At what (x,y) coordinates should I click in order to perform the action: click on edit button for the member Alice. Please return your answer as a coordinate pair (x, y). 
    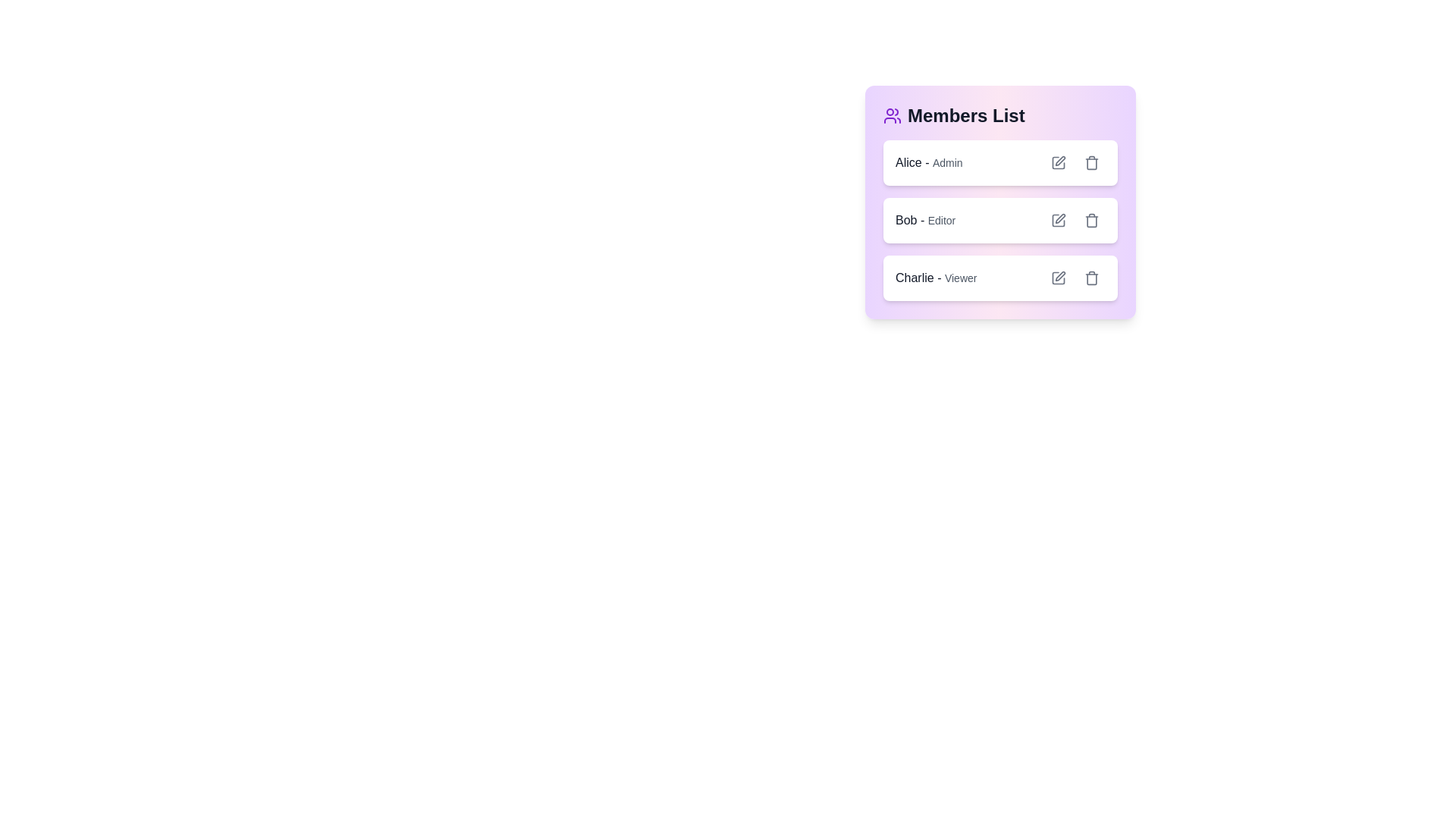
    Looking at the image, I should click on (1058, 163).